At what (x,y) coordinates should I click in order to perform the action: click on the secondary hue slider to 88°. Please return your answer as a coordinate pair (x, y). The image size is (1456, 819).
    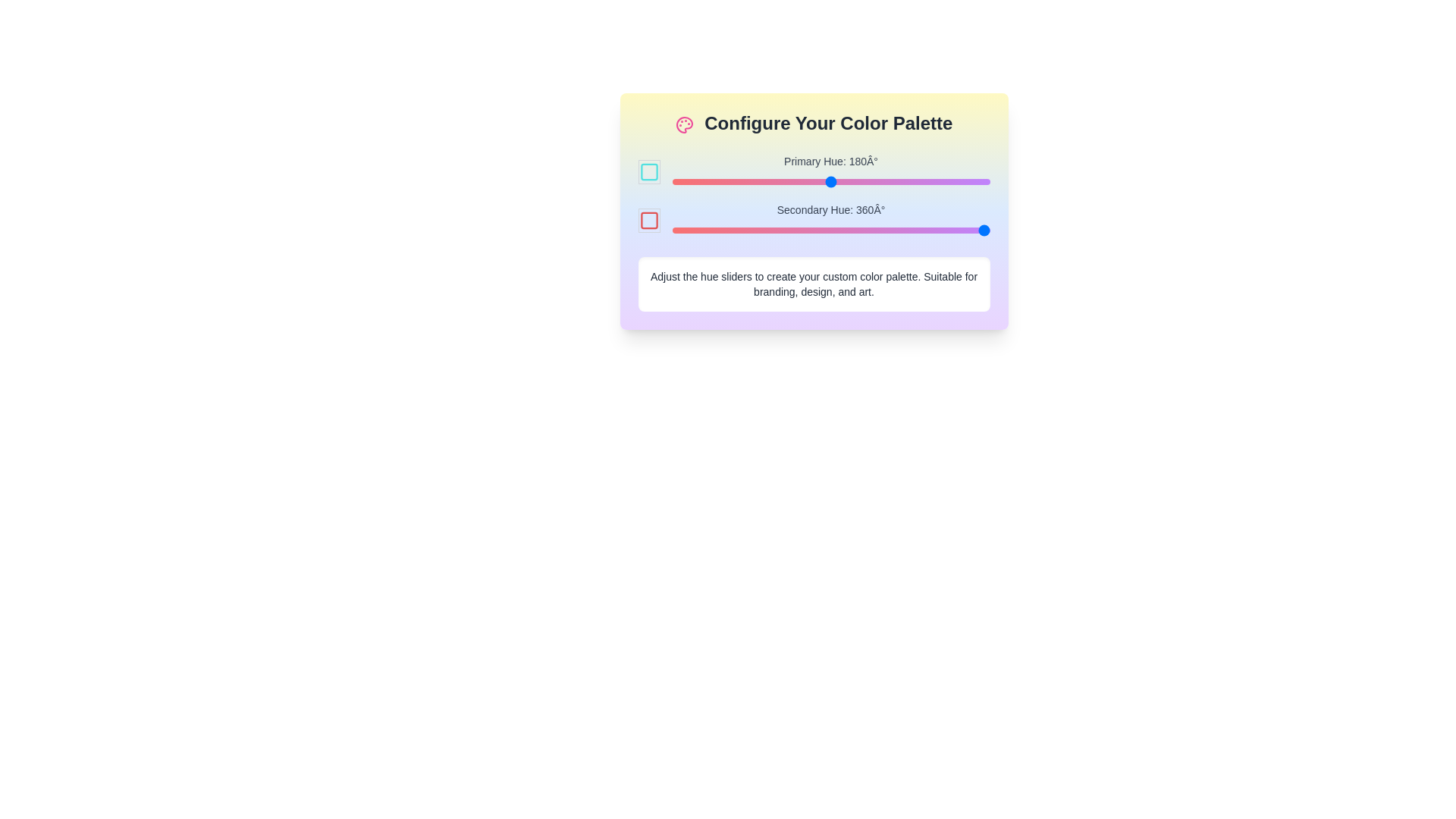
    Looking at the image, I should click on (749, 231).